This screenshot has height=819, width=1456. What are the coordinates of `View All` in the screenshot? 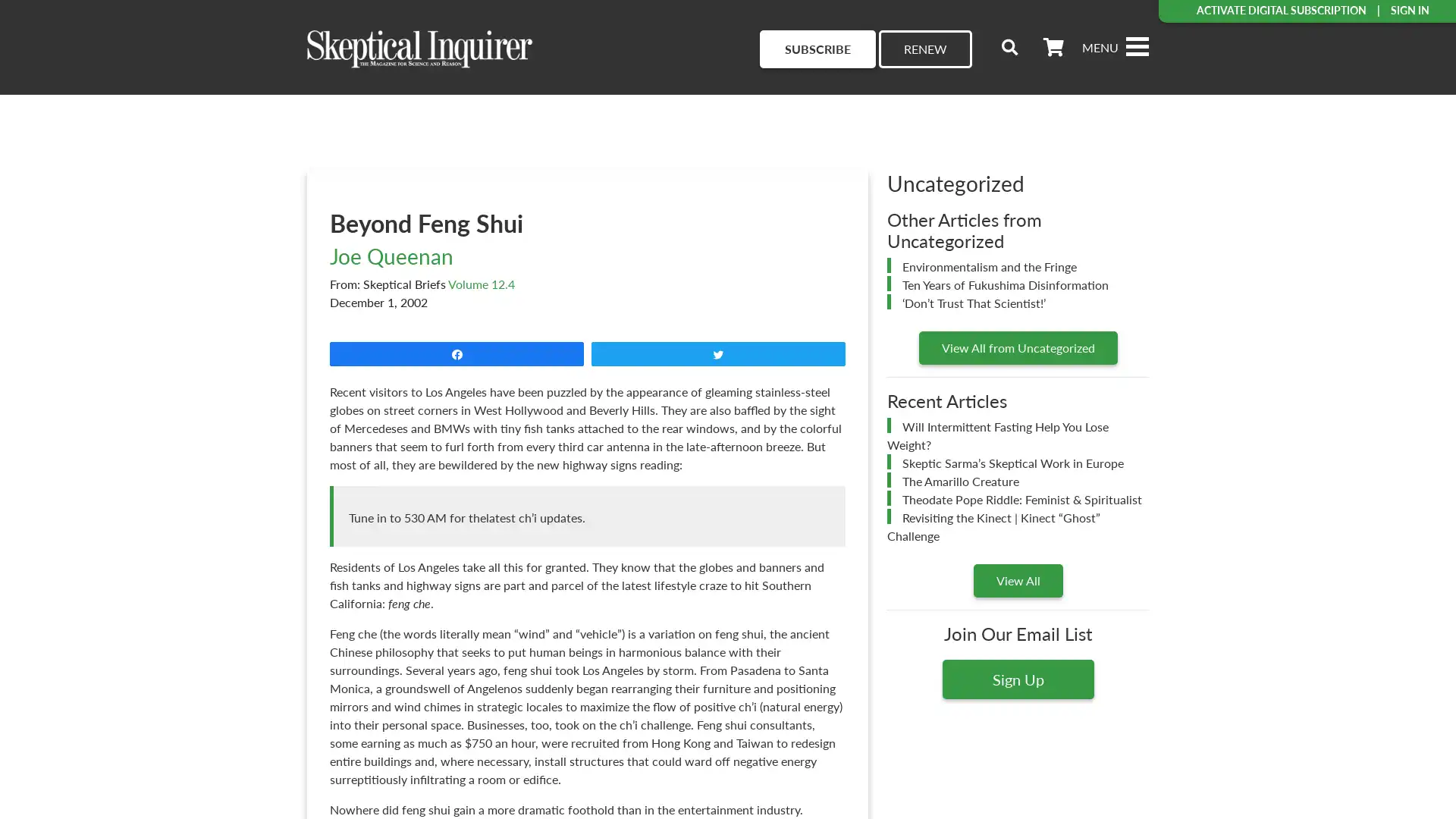 It's located at (1018, 579).